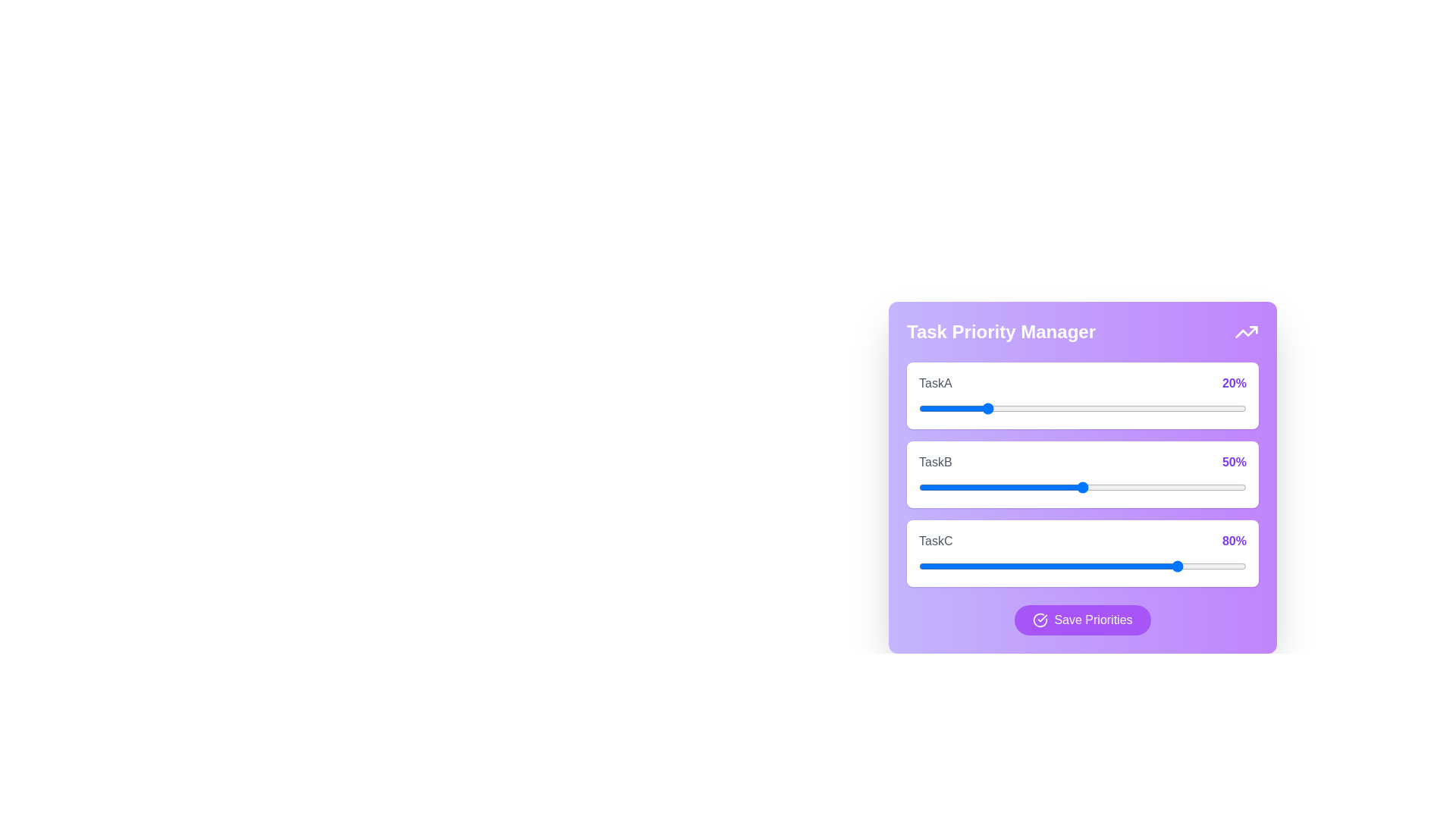  Describe the element at coordinates (1036, 408) in the screenshot. I see `the priority of TaskA to 36%` at that location.